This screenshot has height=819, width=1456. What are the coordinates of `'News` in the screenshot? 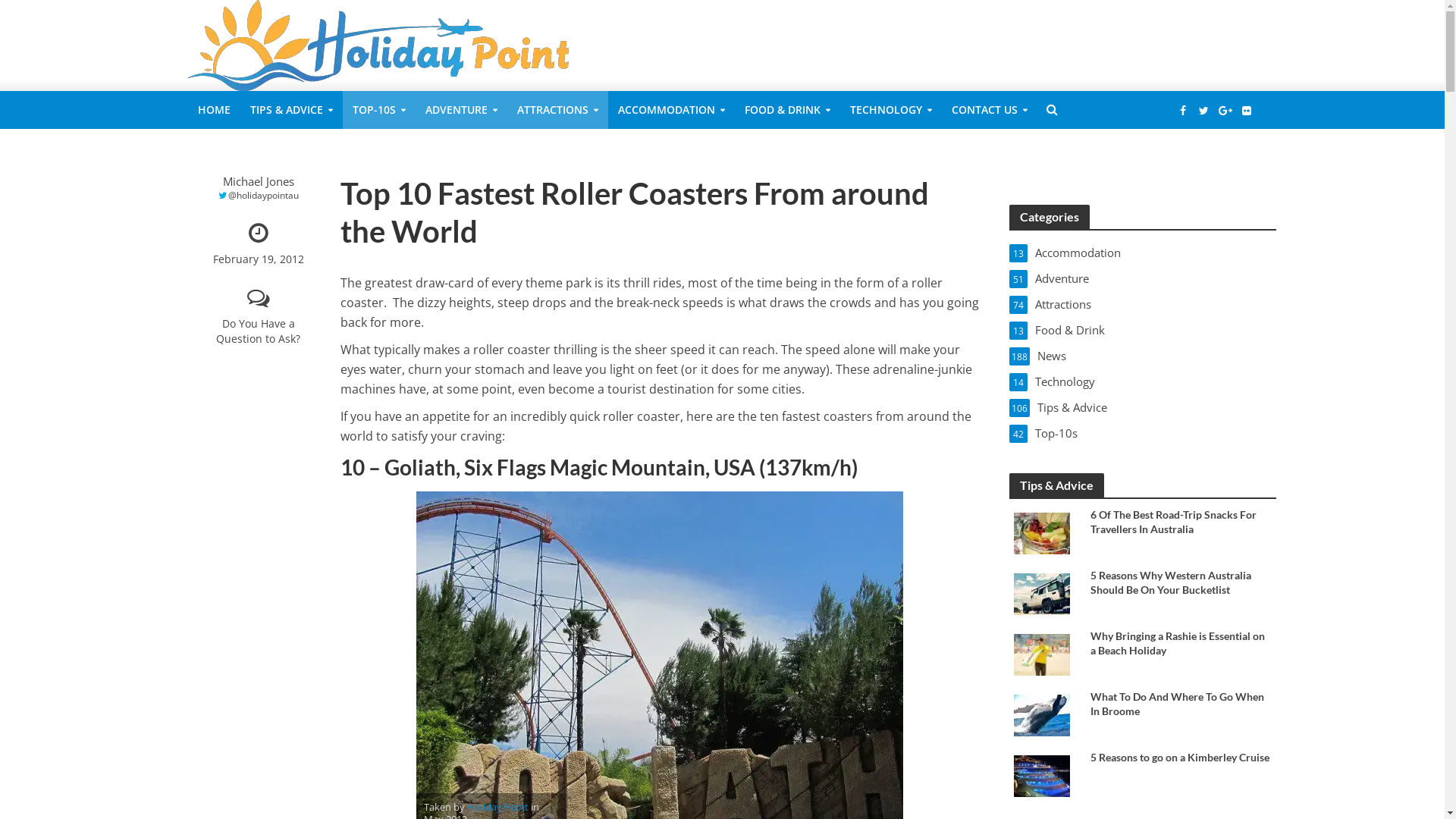 It's located at (1143, 356).